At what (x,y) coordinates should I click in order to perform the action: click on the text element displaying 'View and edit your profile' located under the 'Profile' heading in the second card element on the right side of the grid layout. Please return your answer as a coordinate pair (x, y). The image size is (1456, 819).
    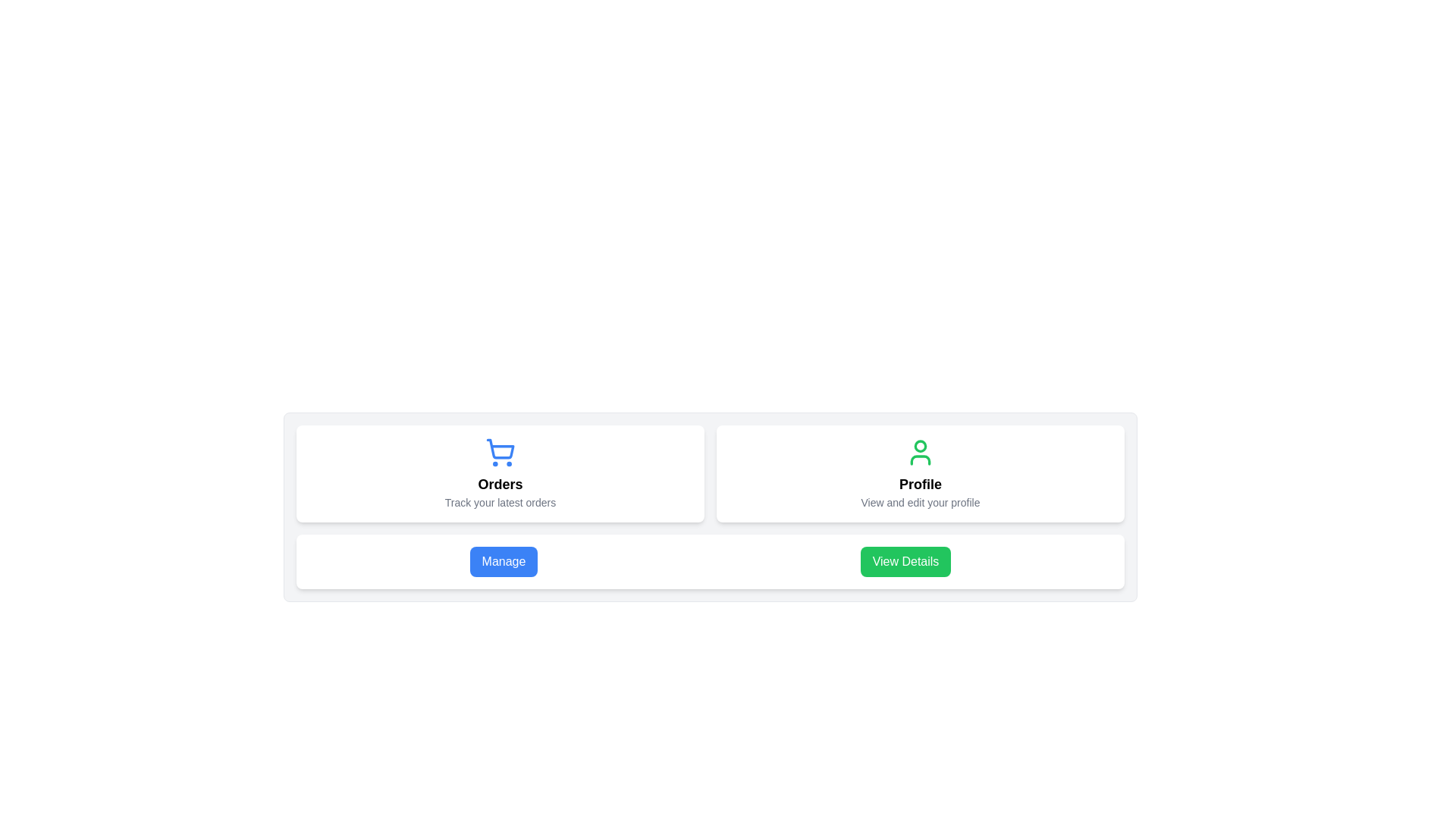
    Looking at the image, I should click on (920, 503).